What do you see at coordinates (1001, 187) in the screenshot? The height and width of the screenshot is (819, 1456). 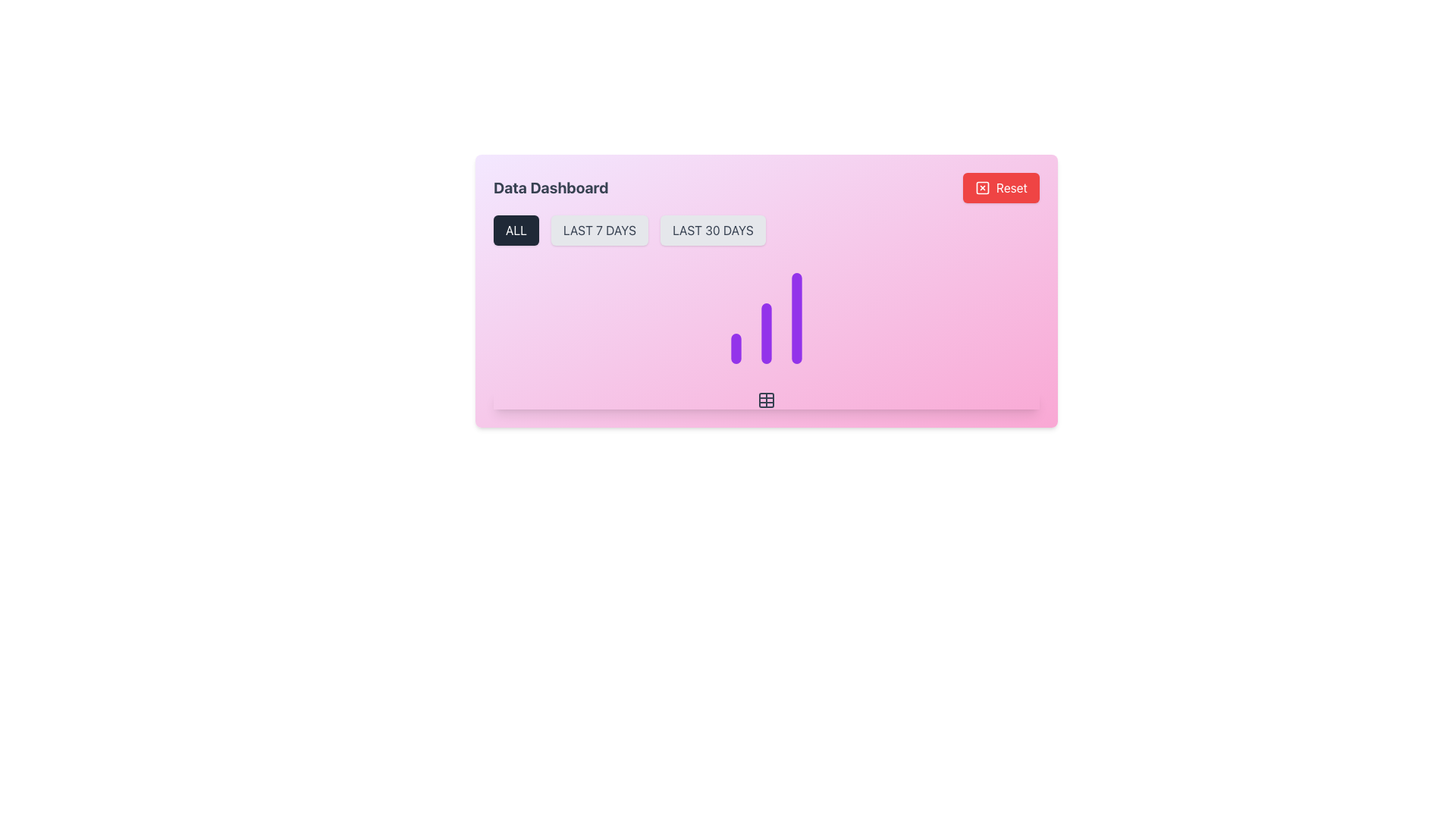 I see `the 'Reset' button with a red background and white text, located at the top-right corner of the 'Data Dashboard' section` at bounding box center [1001, 187].